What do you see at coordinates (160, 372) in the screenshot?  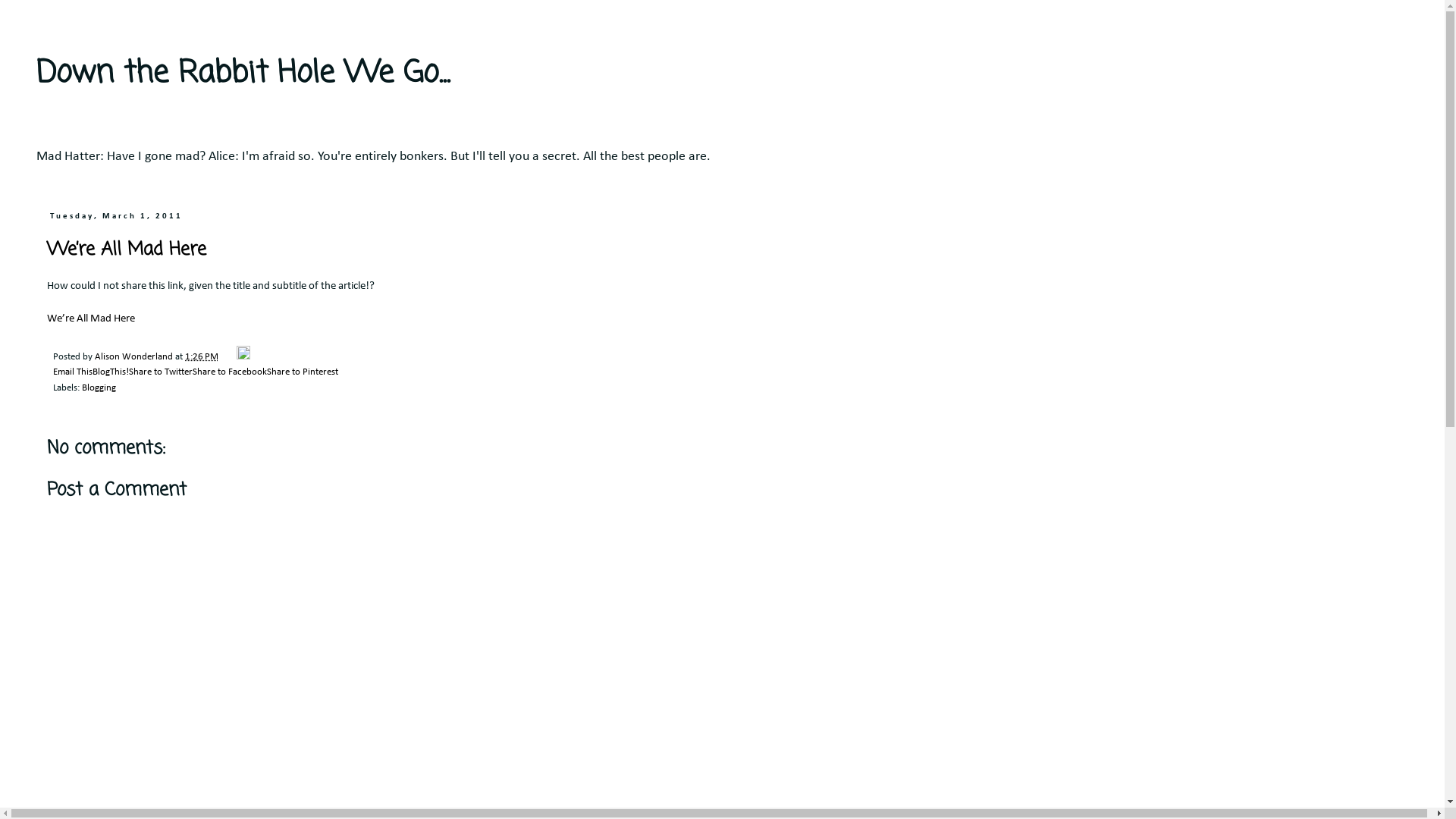 I see `'Share to Twitter'` at bounding box center [160, 372].